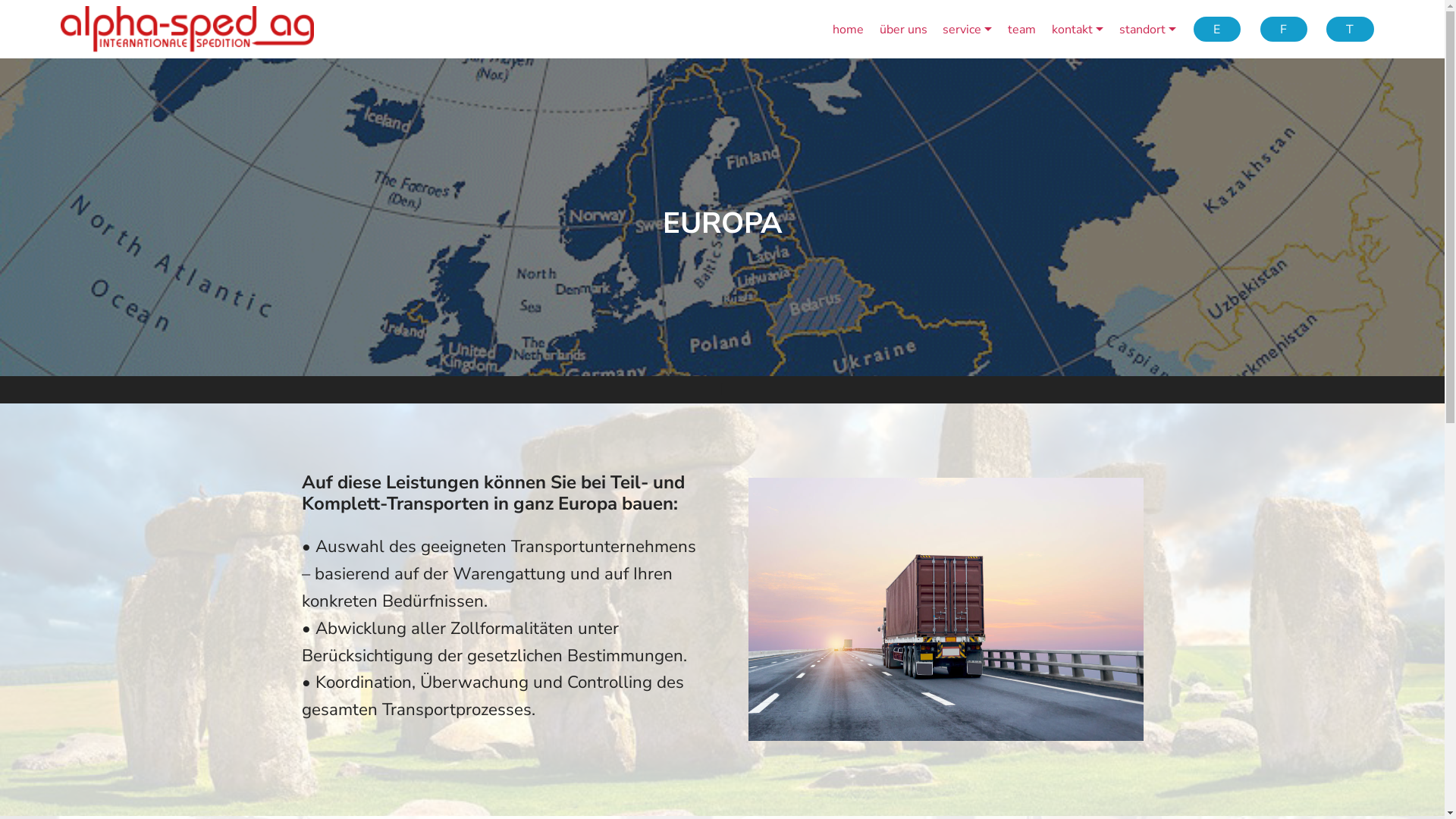 The height and width of the screenshot is (819, 1456). Describe the element at coordinates (1283, 29) in the screenshot. I see `'F'` at that location.